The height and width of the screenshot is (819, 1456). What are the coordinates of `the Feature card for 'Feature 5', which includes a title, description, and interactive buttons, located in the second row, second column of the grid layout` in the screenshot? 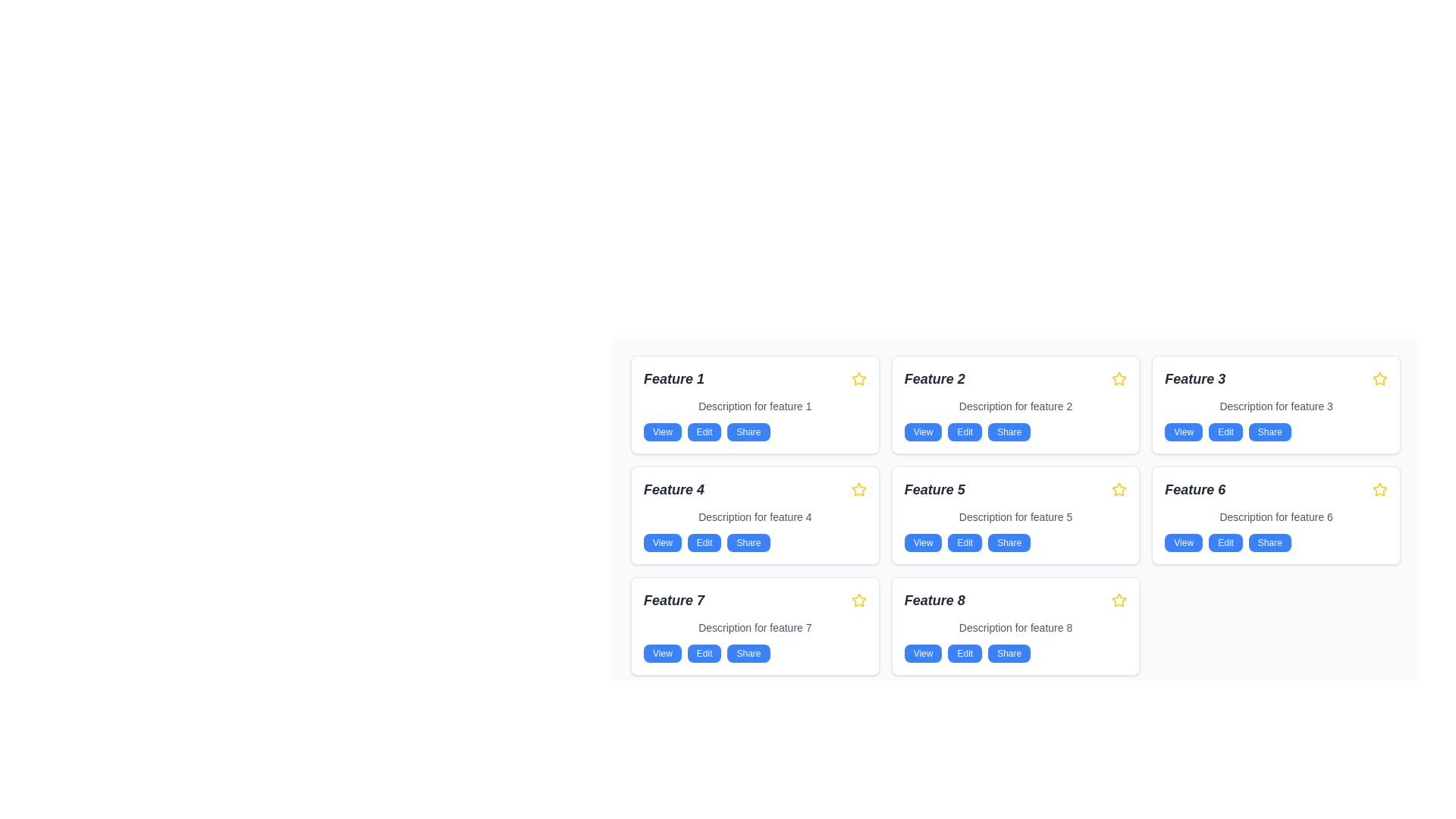 It's located at (1015, 514).